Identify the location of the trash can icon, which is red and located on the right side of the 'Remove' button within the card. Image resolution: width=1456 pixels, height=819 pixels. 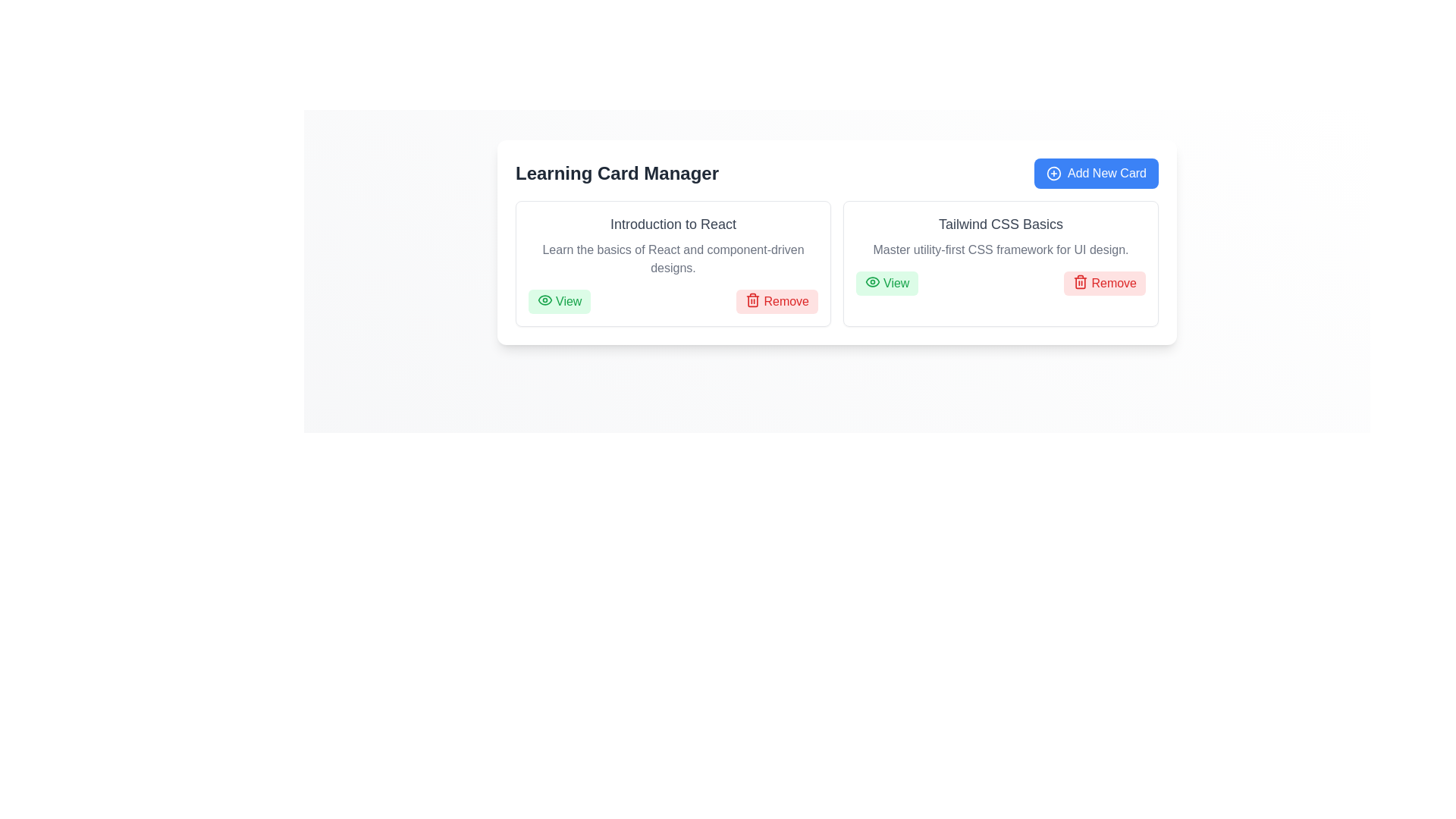
(1080, 281).